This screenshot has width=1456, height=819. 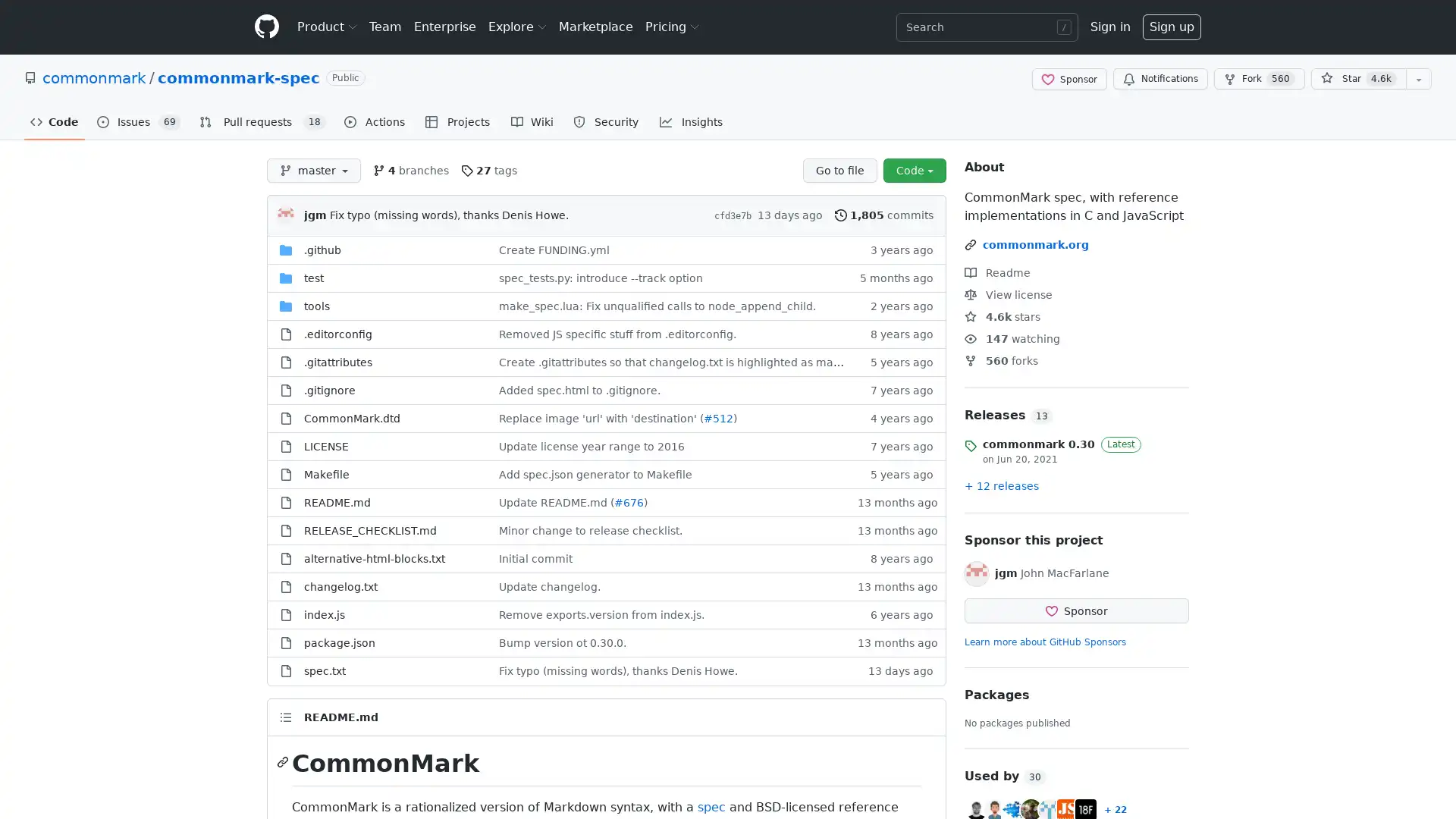 What do you see at coordinates (1418, 79) in the screenshot?
I see `You must be signed in to add this repository to a list` at bounding box center [1418, 79].